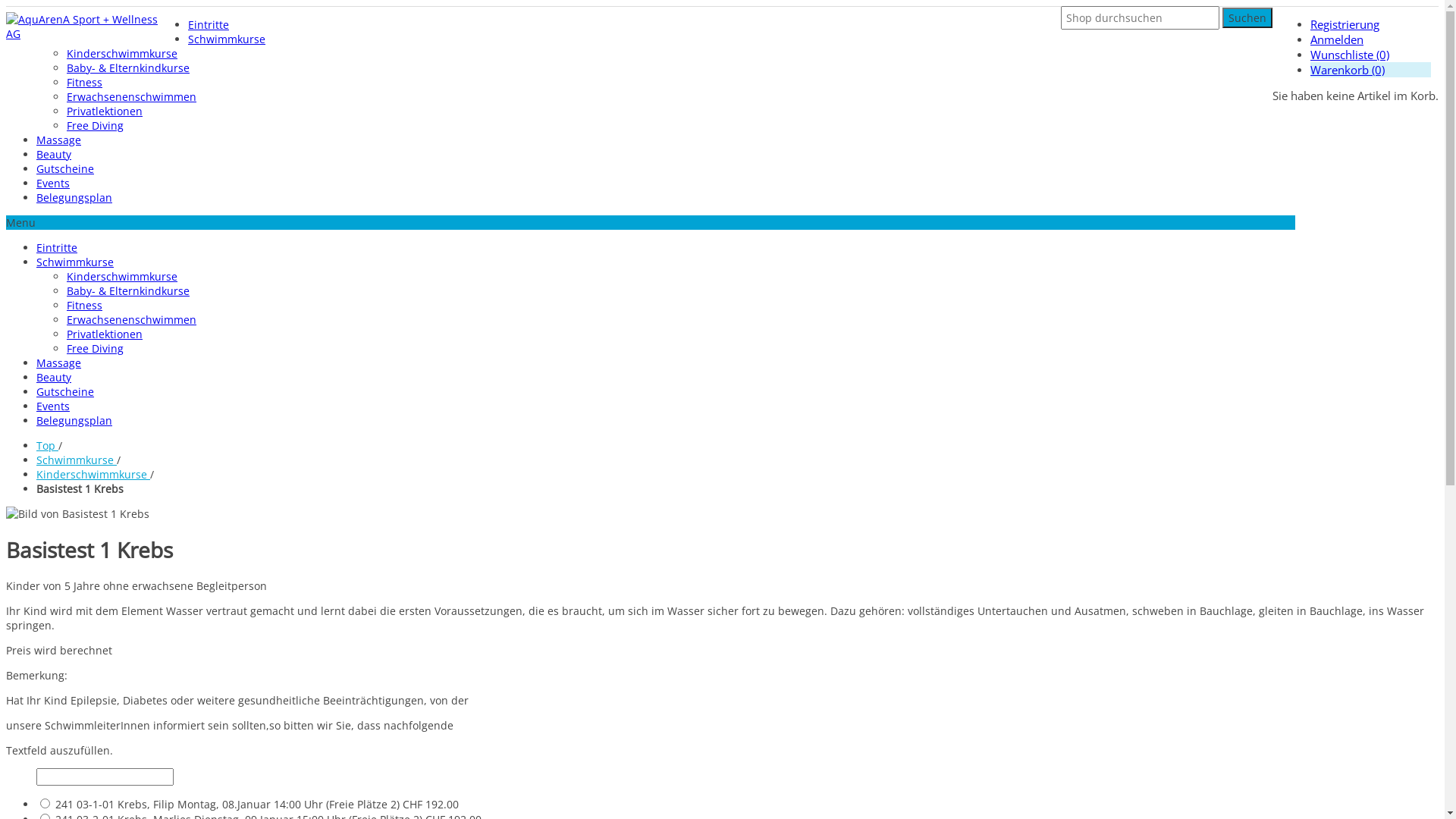 This screenshot has width=1456, height=819. Describe the element at coordinates (225, 38) in the screenshot. I see `'Schwimmkurse'` at that location.